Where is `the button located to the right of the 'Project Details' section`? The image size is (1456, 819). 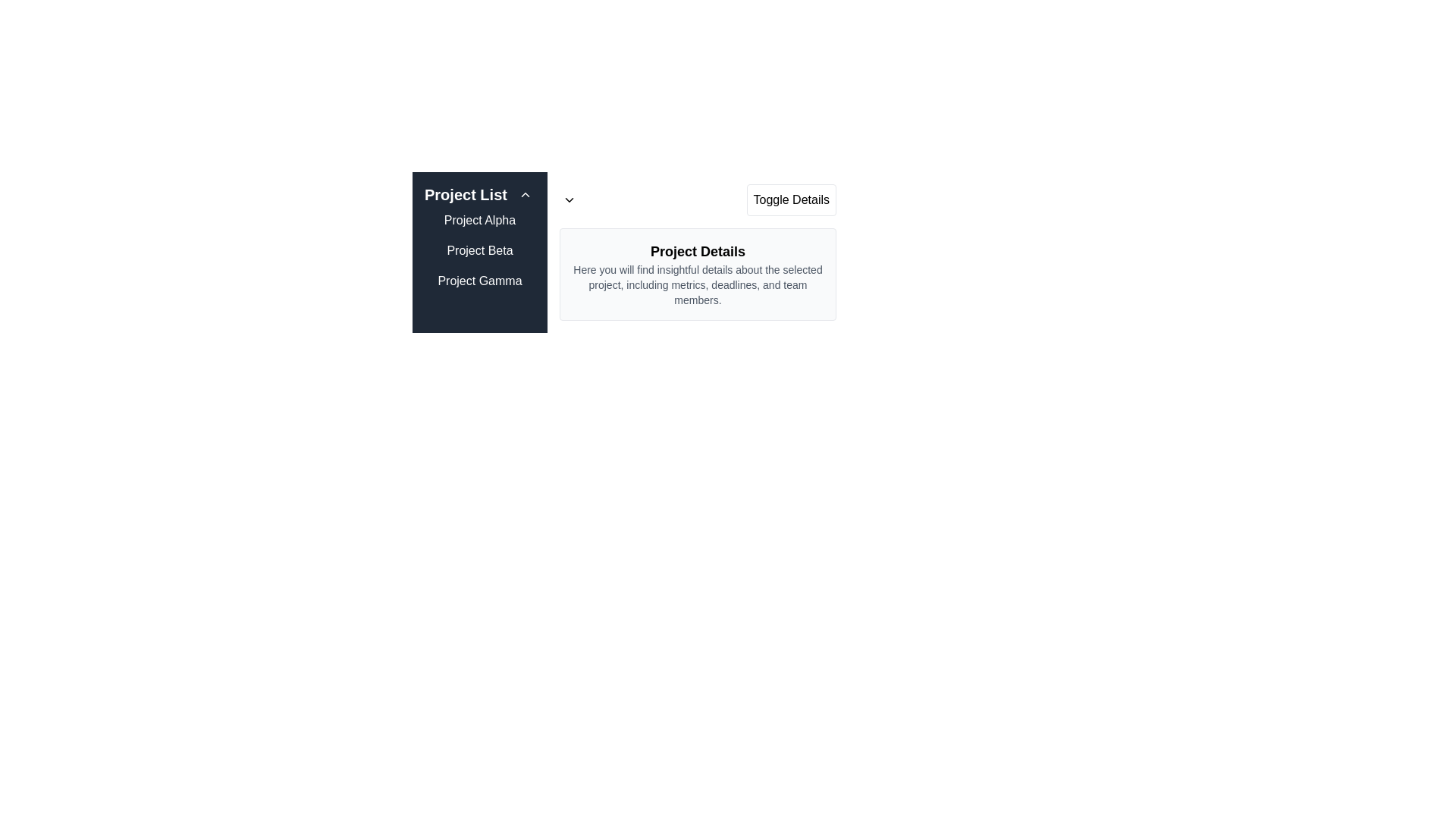
the button located to the right of the 'Project Details' section is located at coordinates (790, 199).